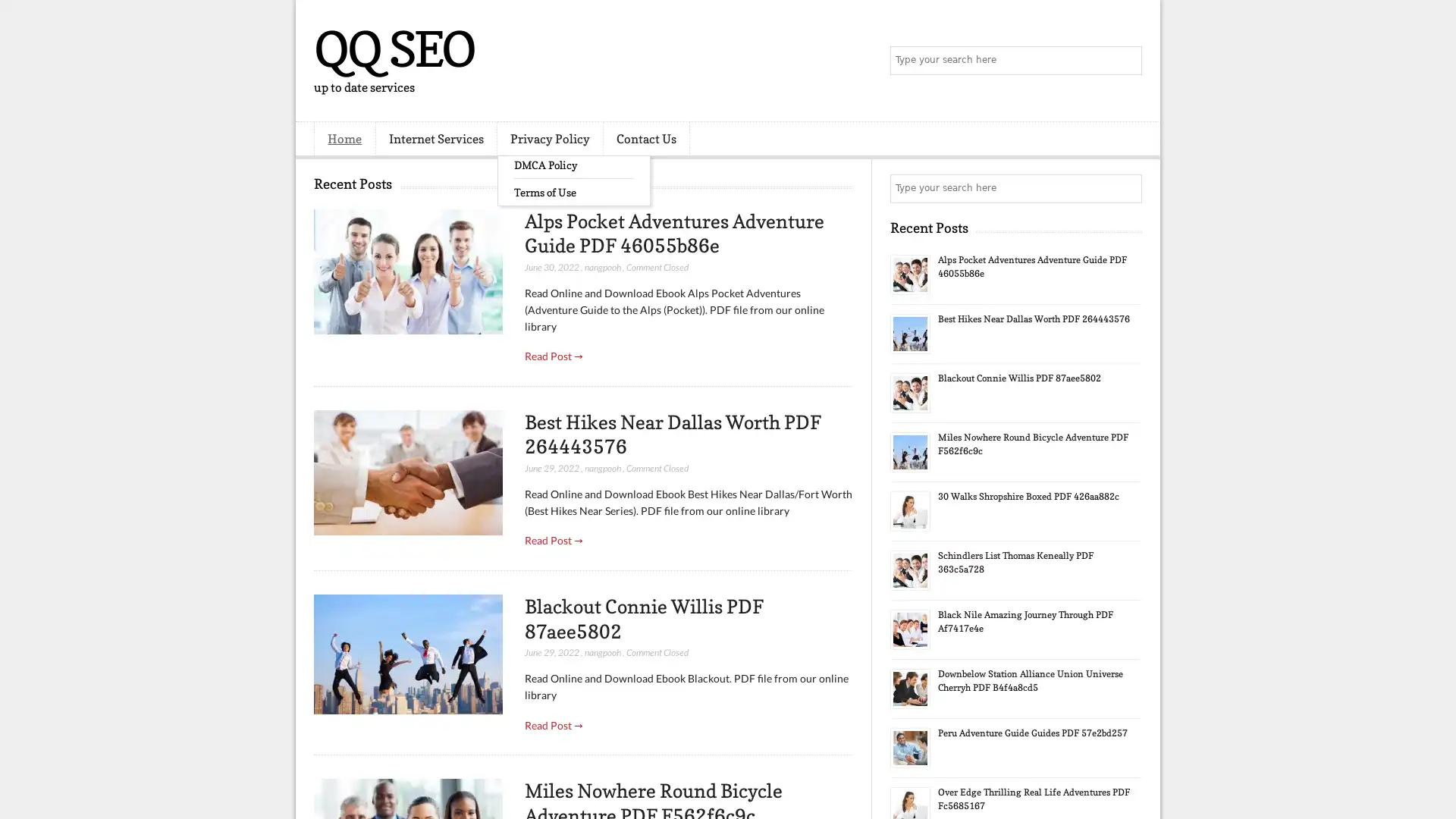 The image size is (1456, 819). Describe the element at coordinates (1126, 61) in the screenshot. I see `Search` at that location.